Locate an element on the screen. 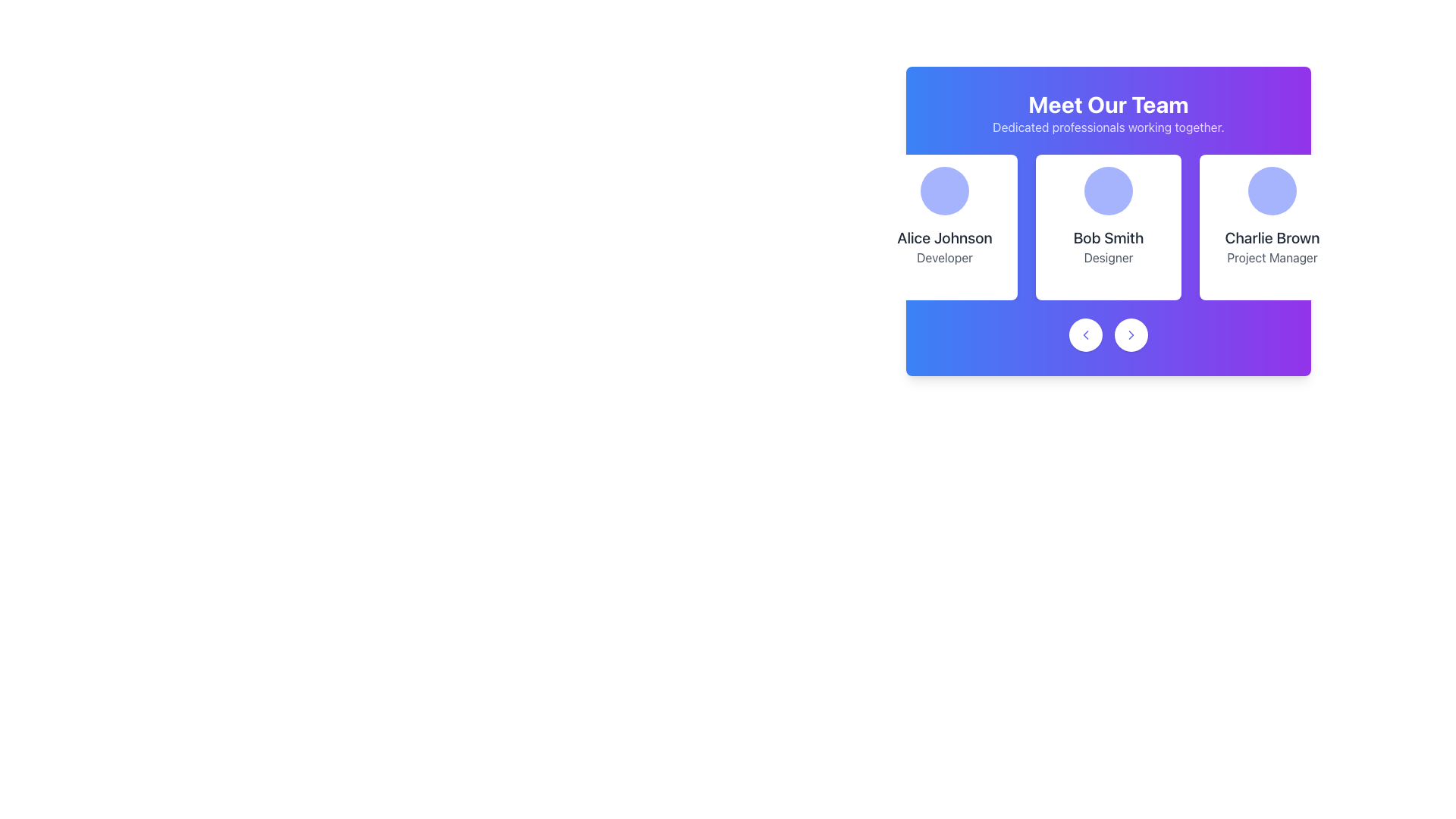 This screenshot has height=819, width=1456. the Text Label that provides contextual information about the team's collaborative nature, positioned below the 'Meet Our Team' heading is located at coordinates (1109, 127).